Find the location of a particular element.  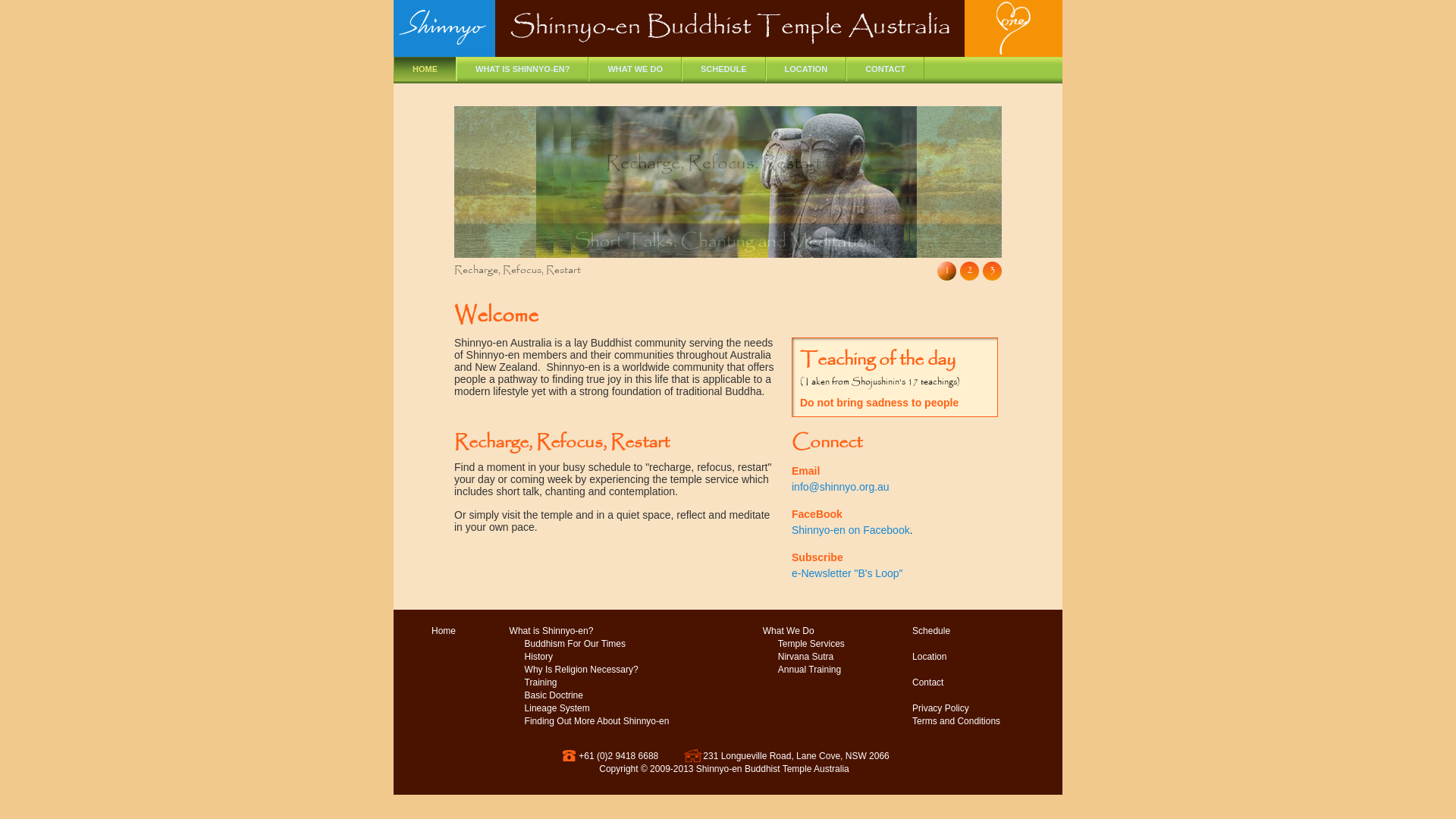

'WHAT IS SHINNYO-EN?' is located at coordinates (522, 69).